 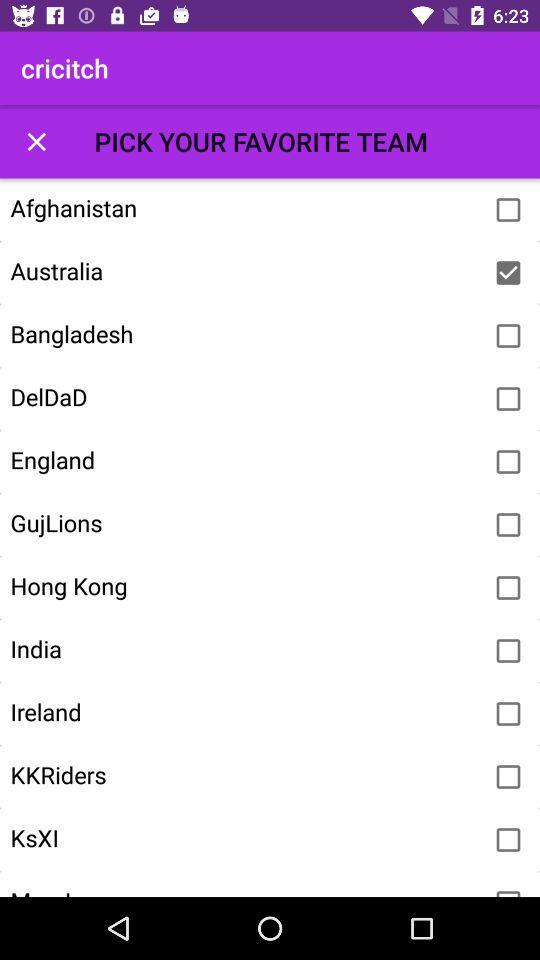 What do you see at coordinates (508, 714) in the screenshot?
I see `check` at bounding box center [508, 714].